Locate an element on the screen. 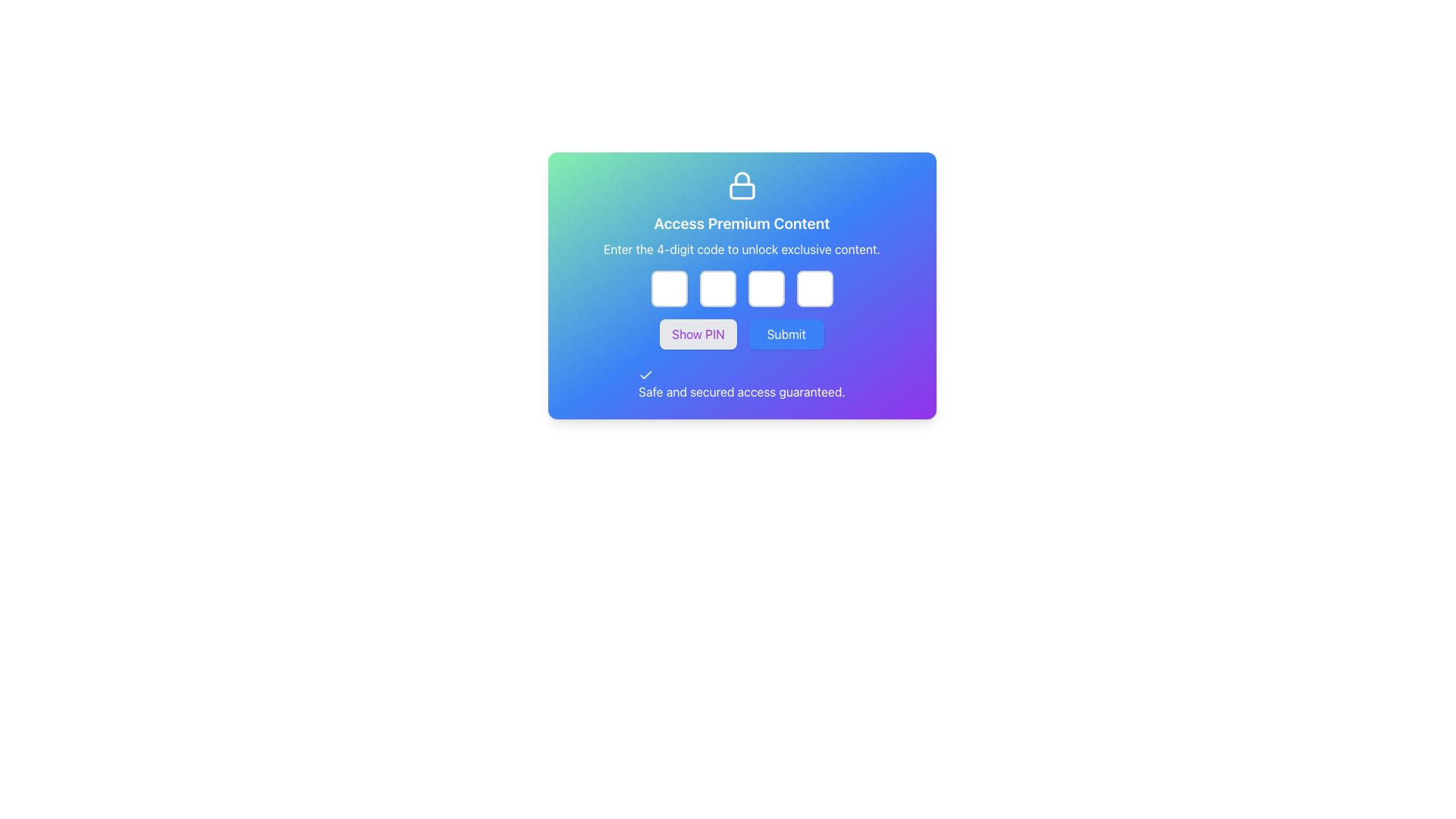 The image size is (1456, 819). the 'Show PIN' button, which is a rectangular button with rounded corners, light gray background, and purple text is located at coordinates (697, 333).